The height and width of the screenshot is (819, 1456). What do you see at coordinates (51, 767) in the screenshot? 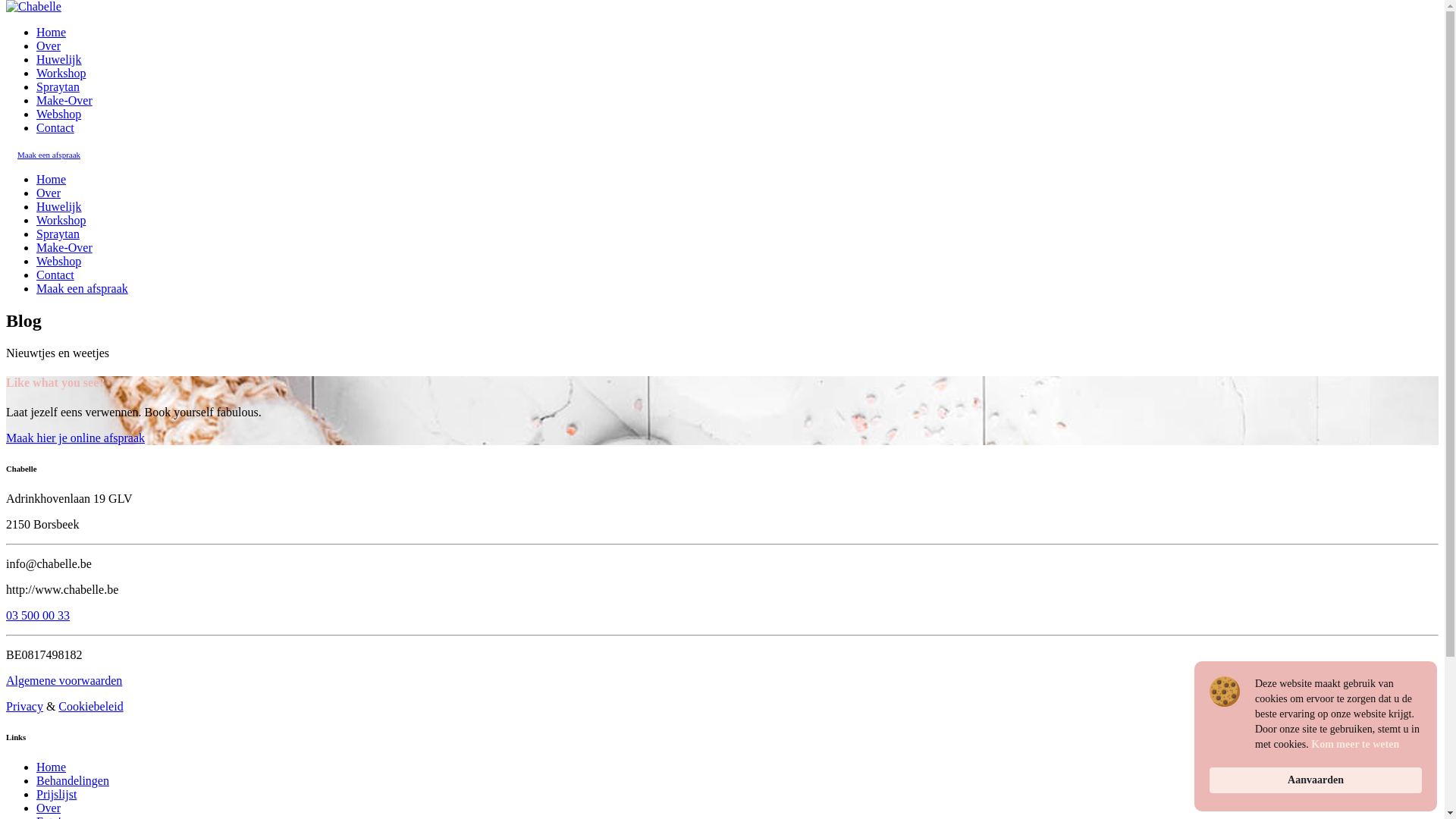
I see `'Home'` at bounding box center [51, 767].